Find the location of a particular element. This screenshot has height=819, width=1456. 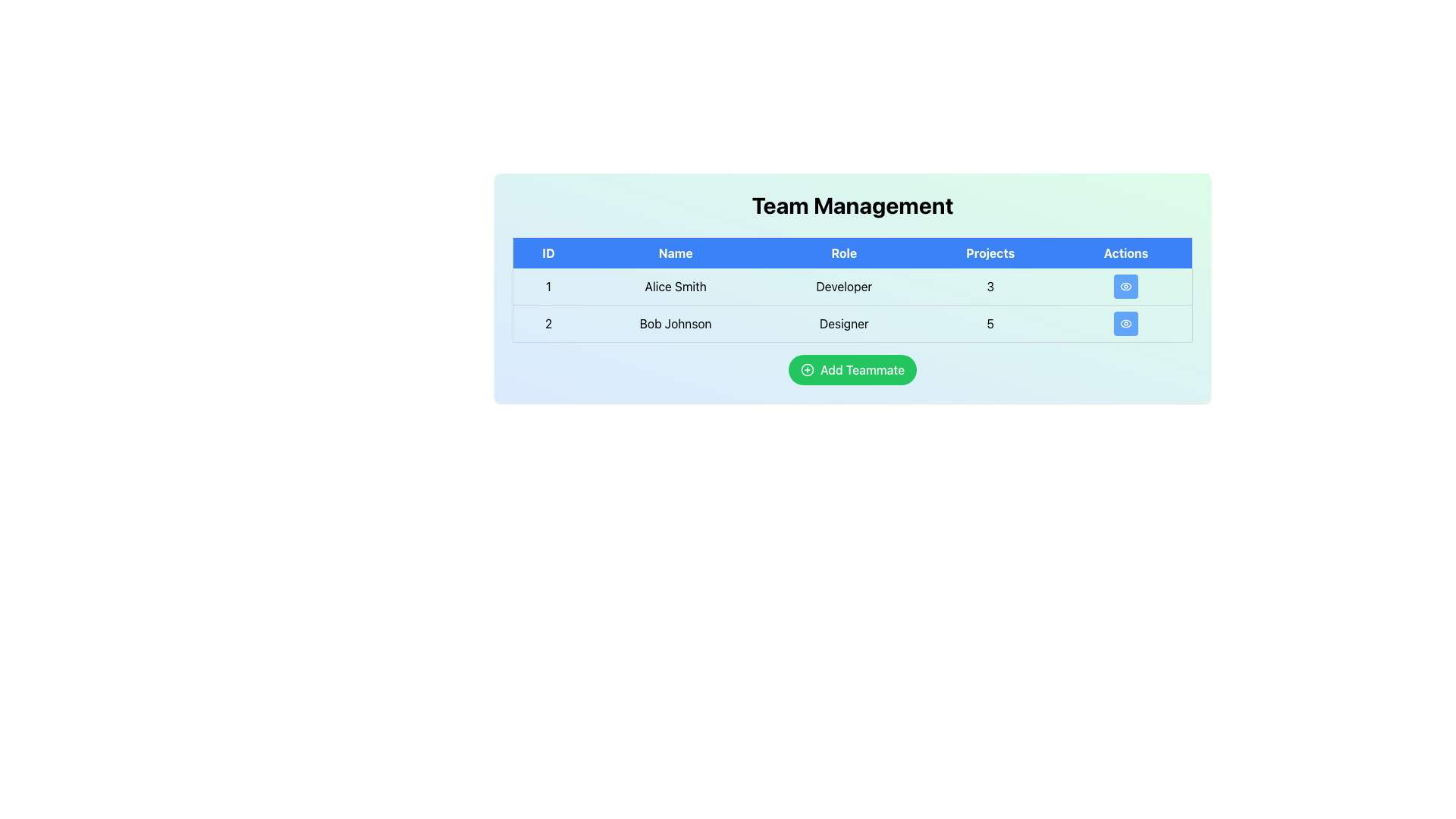

on the text element in the second row of the 'Projects' column of the table, which indicates the number of projects associated with 'Bob Johnson', a Designer is located at coordinates (990, 323).